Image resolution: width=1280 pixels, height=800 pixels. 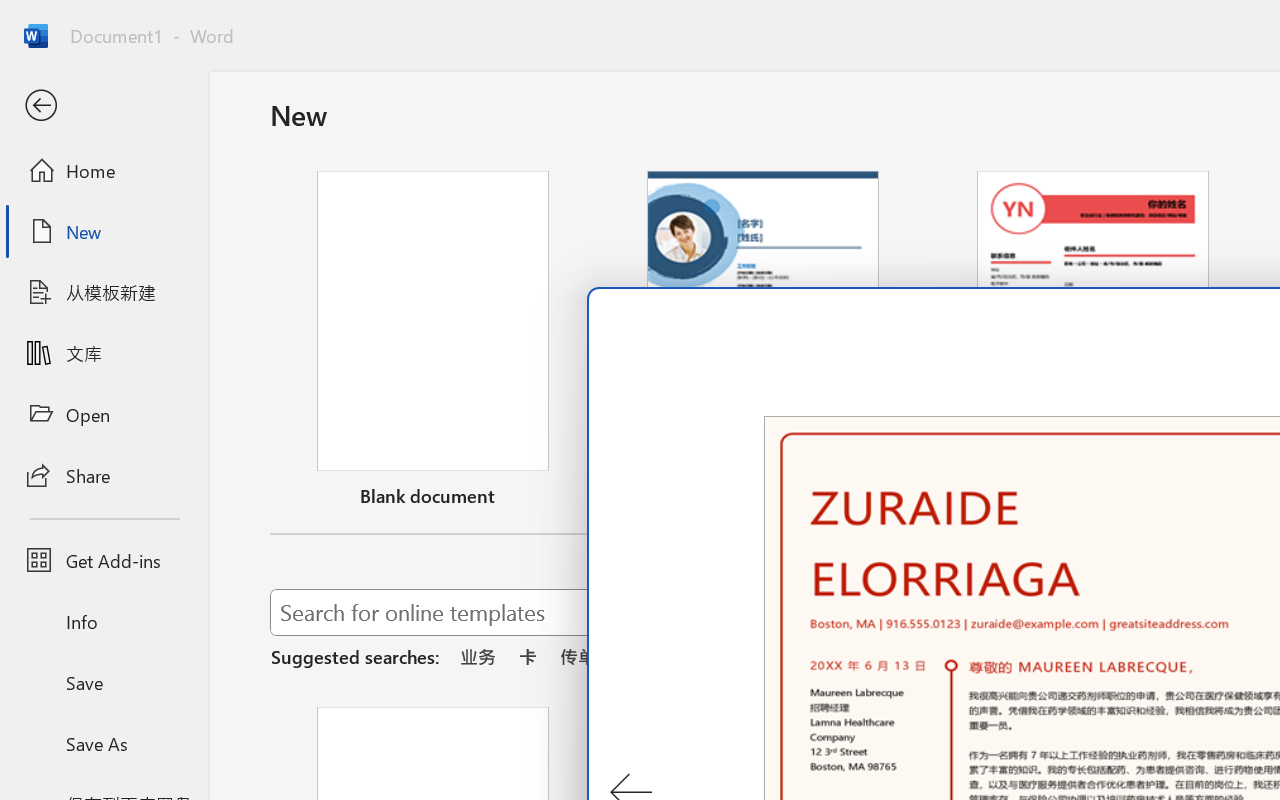 What do you see at coordinates (103, 560) in the screenshot?
I see `'Get Add-ins'` at bounding box center [103, 560].